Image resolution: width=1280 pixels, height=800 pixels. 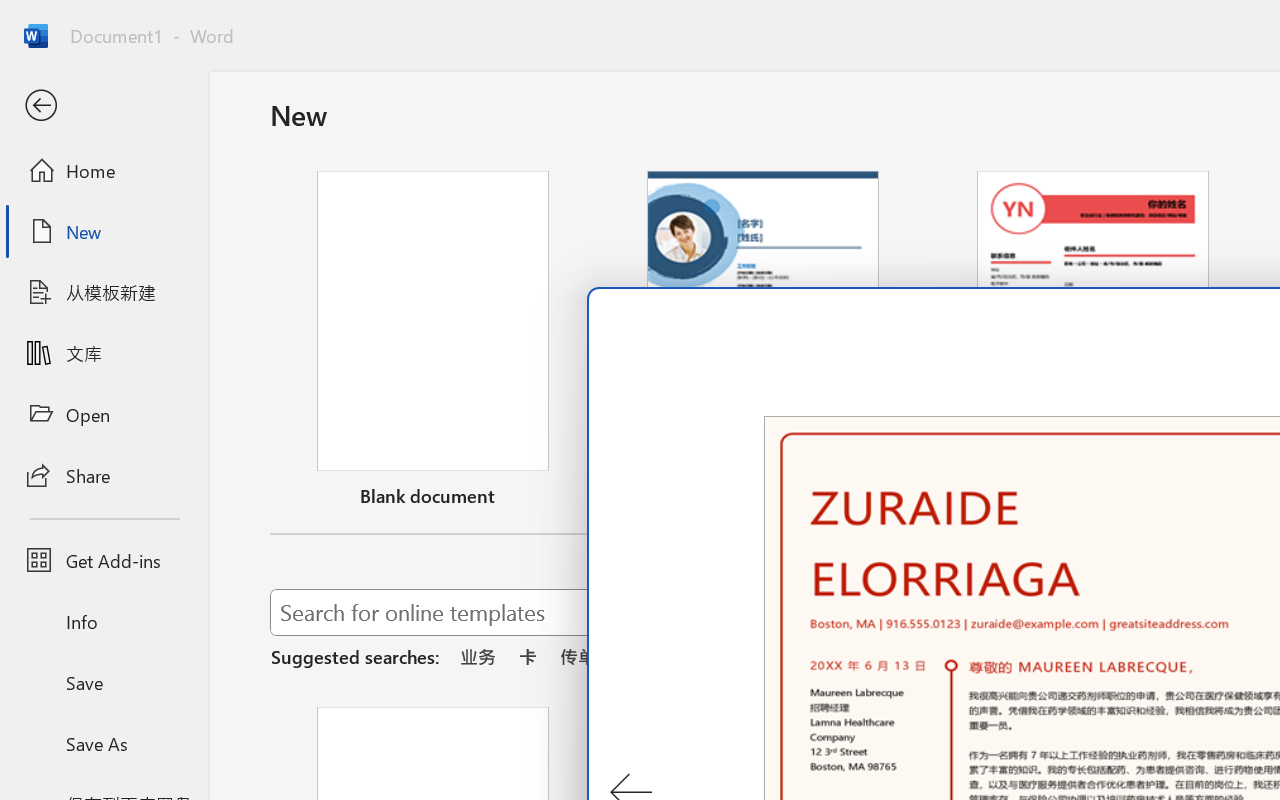 What do you see at coordinates (103, 560) in the screenshot?
I see `'Get Add-ins'` at bounding box center [103, 560].